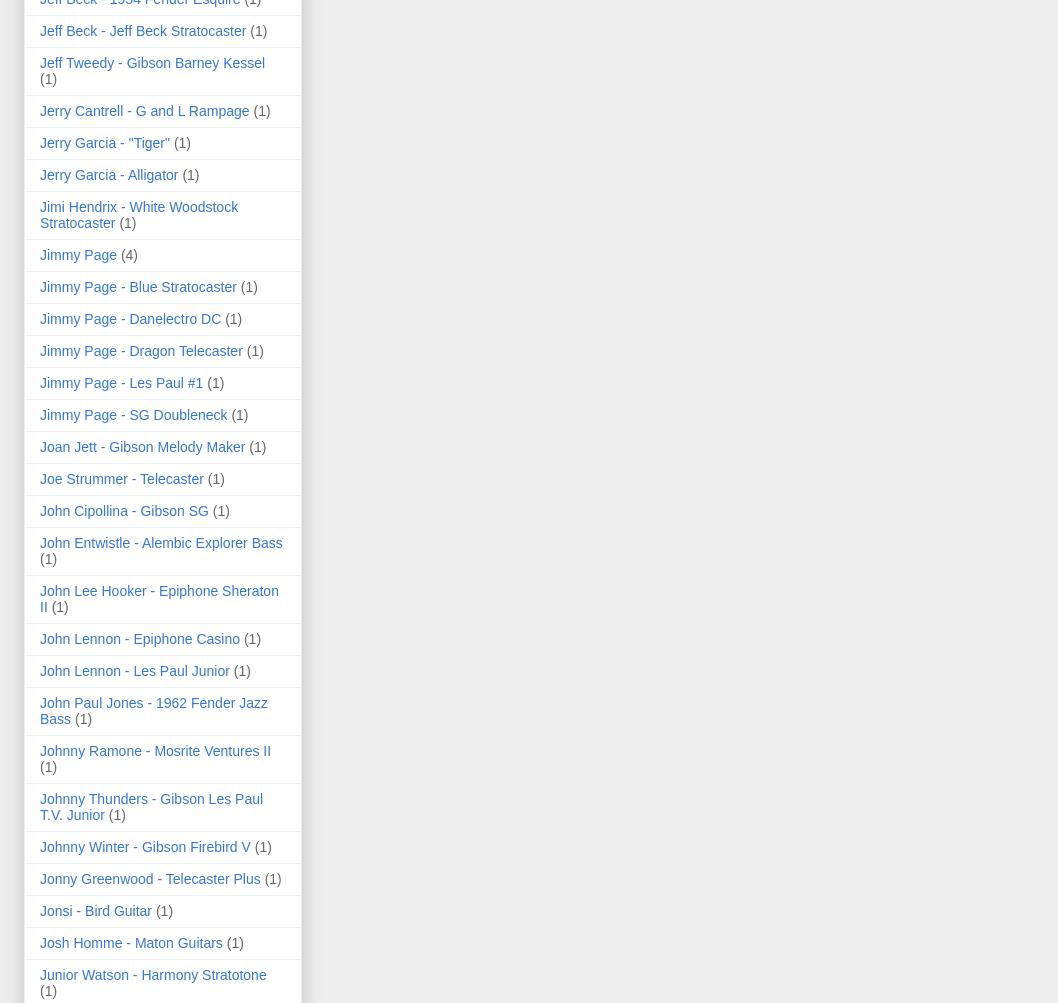 The height and width of the screenshot is (1003, 1058). Describe the element at coordinates (103, 141) in the screenshot. I see `'Jerry Garcia - "Tiger"'` at that location.